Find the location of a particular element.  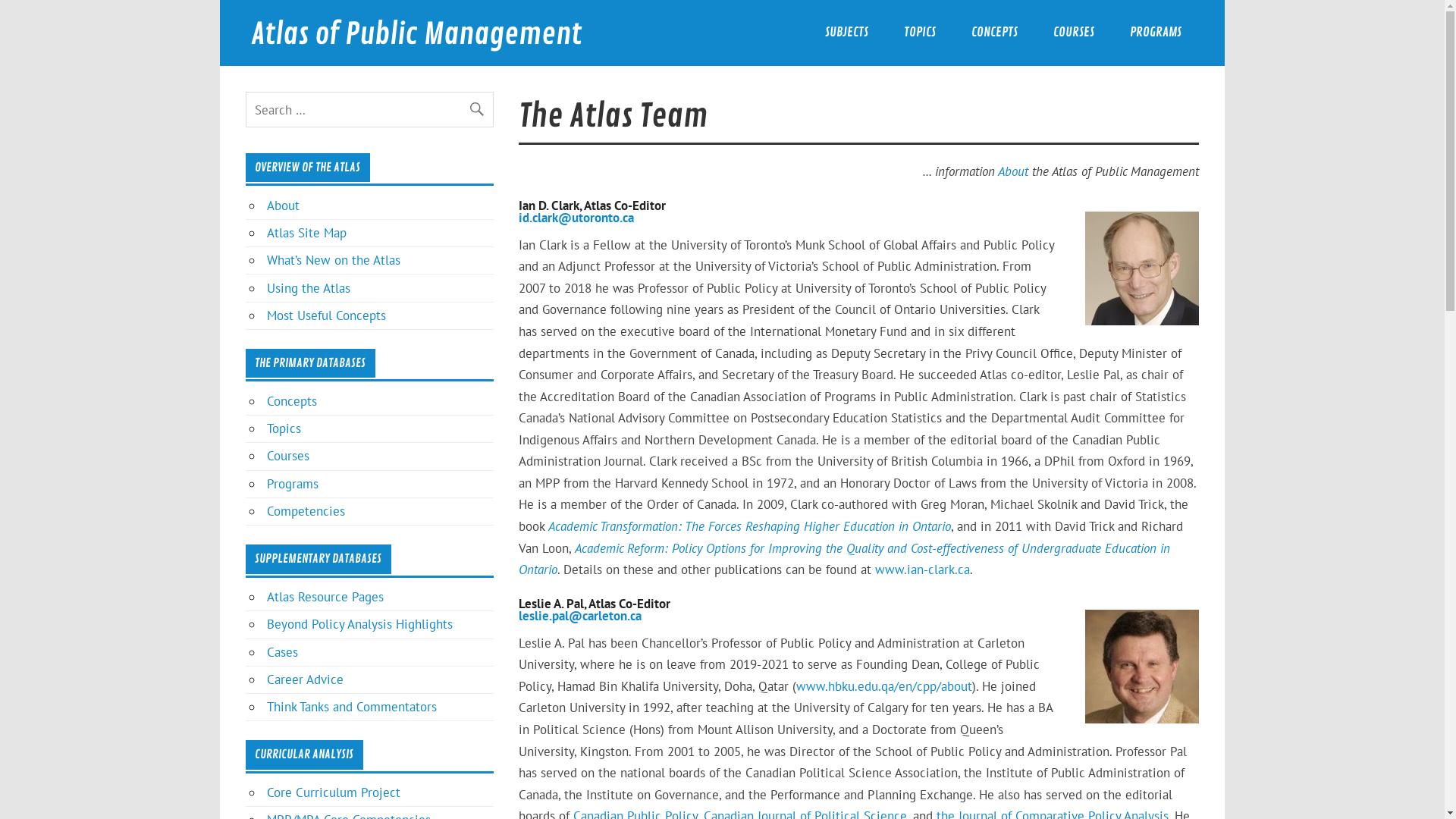

'Think Tanks and Commentators' is located at coordinates (351, 707).